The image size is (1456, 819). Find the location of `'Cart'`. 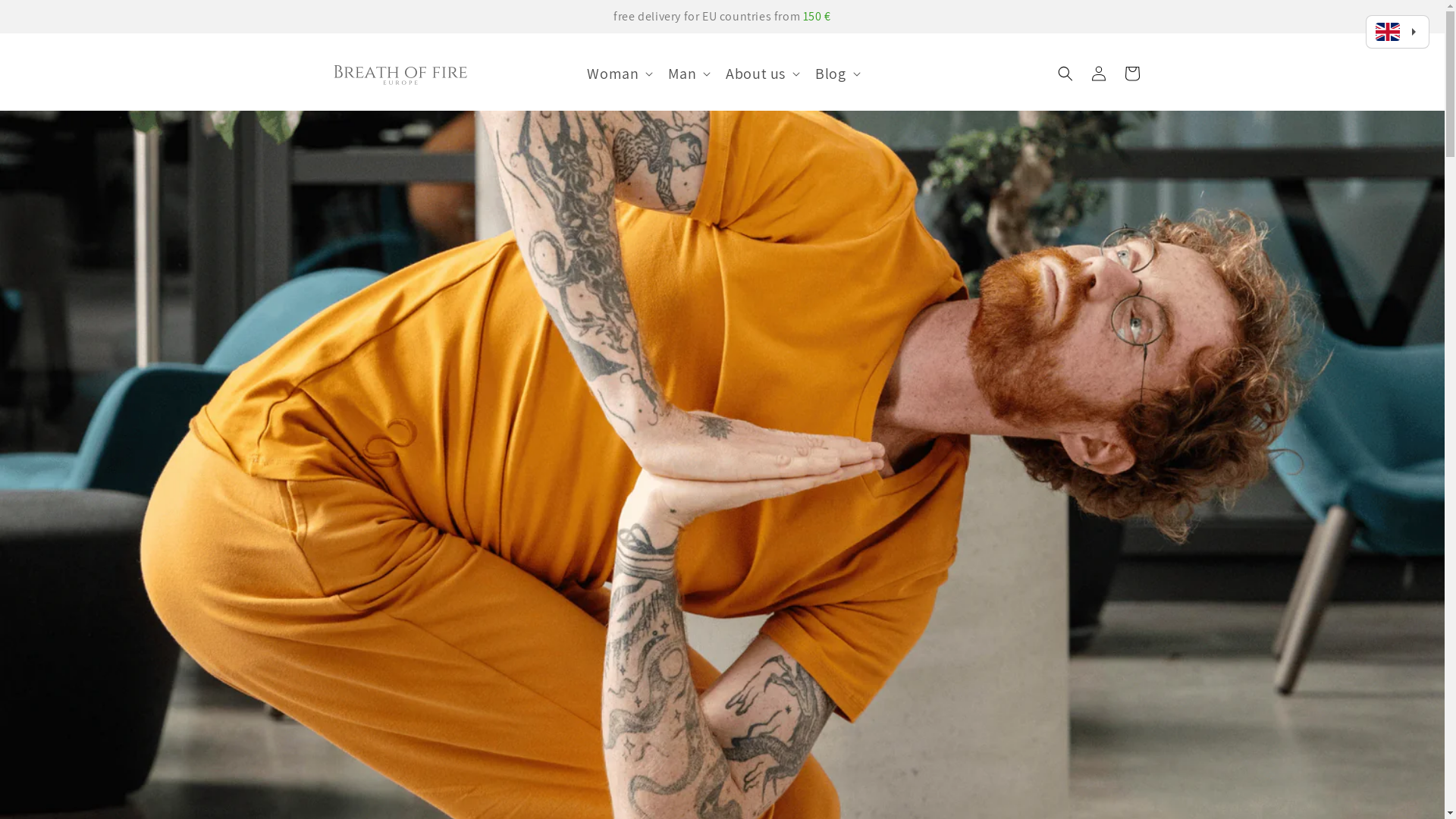

'Cart' is located at coordinates (1131, 73).